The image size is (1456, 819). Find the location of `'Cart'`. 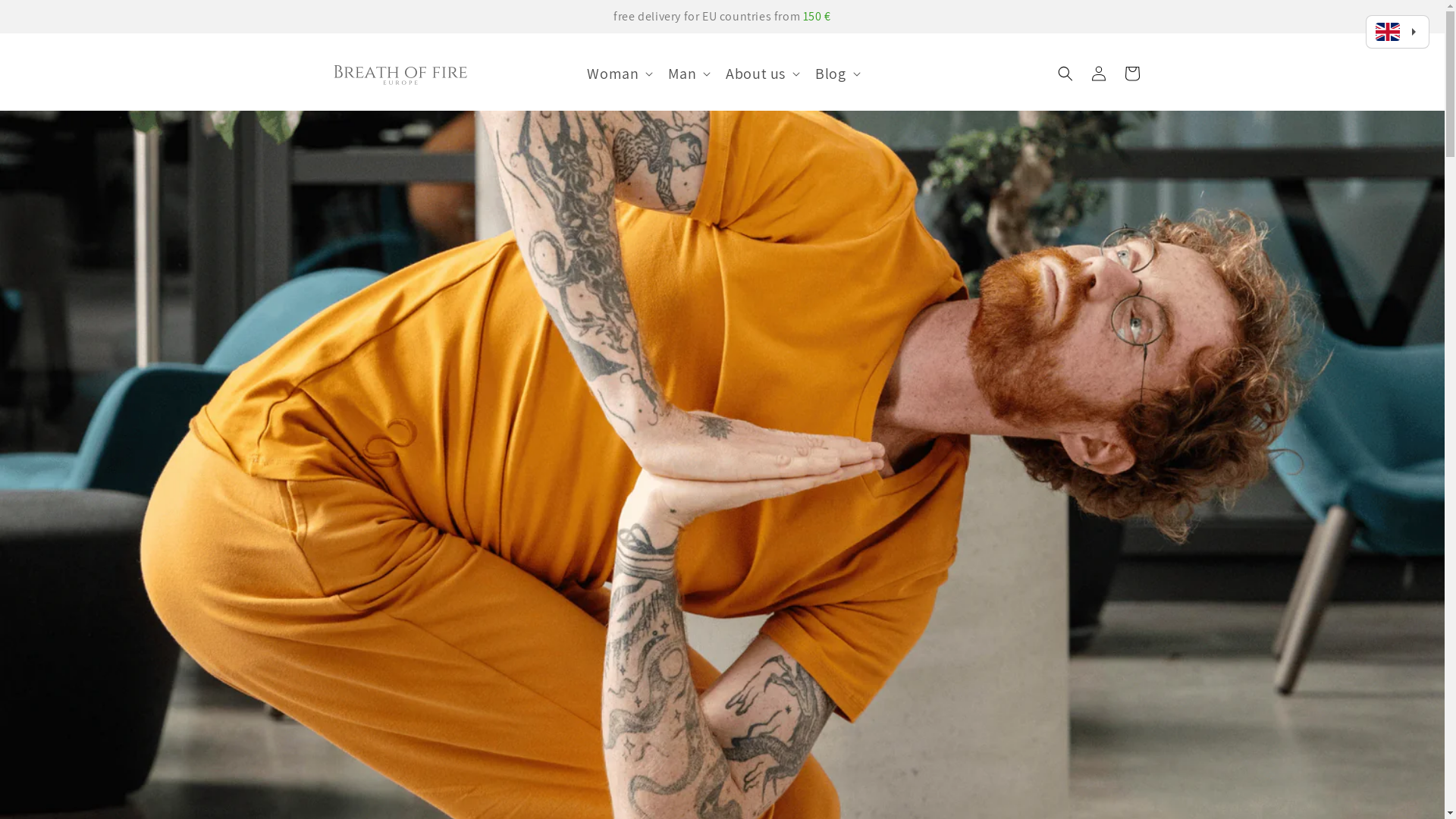

'Cart' is located at coordinates (1131, 73).